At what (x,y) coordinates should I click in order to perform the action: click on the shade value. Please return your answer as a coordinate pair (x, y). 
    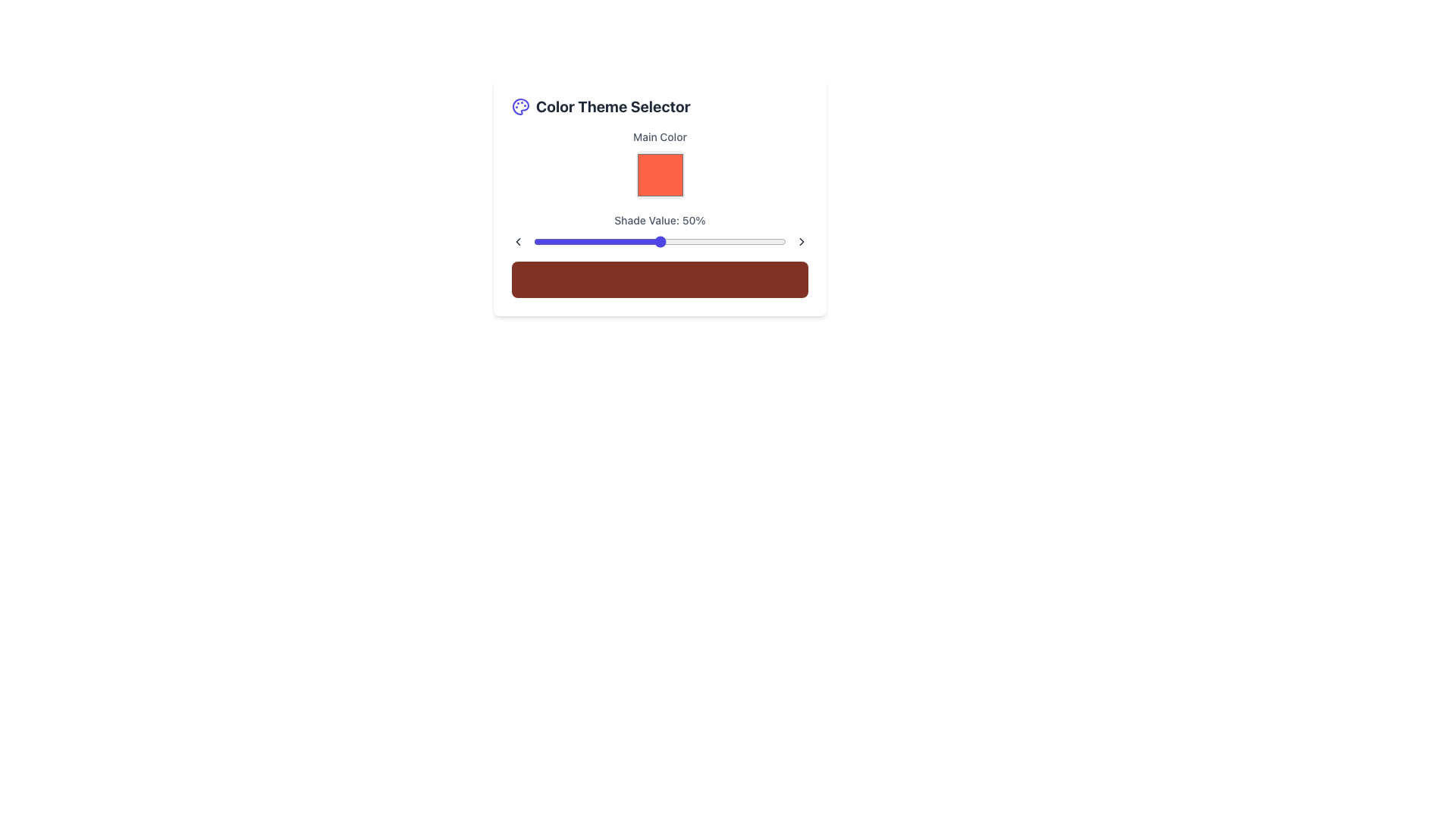
    Looking at the image, I should click on (657, 241).